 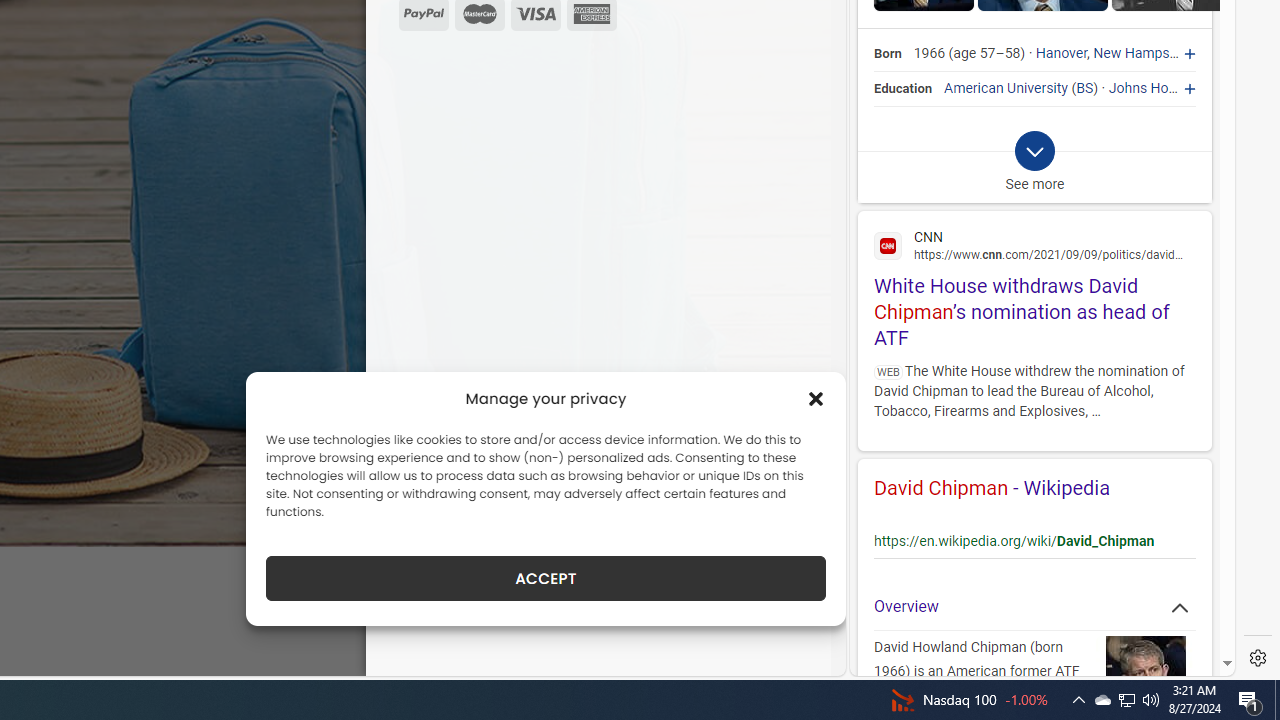 I want to click on 'BS', so click(x=1084, y=87).